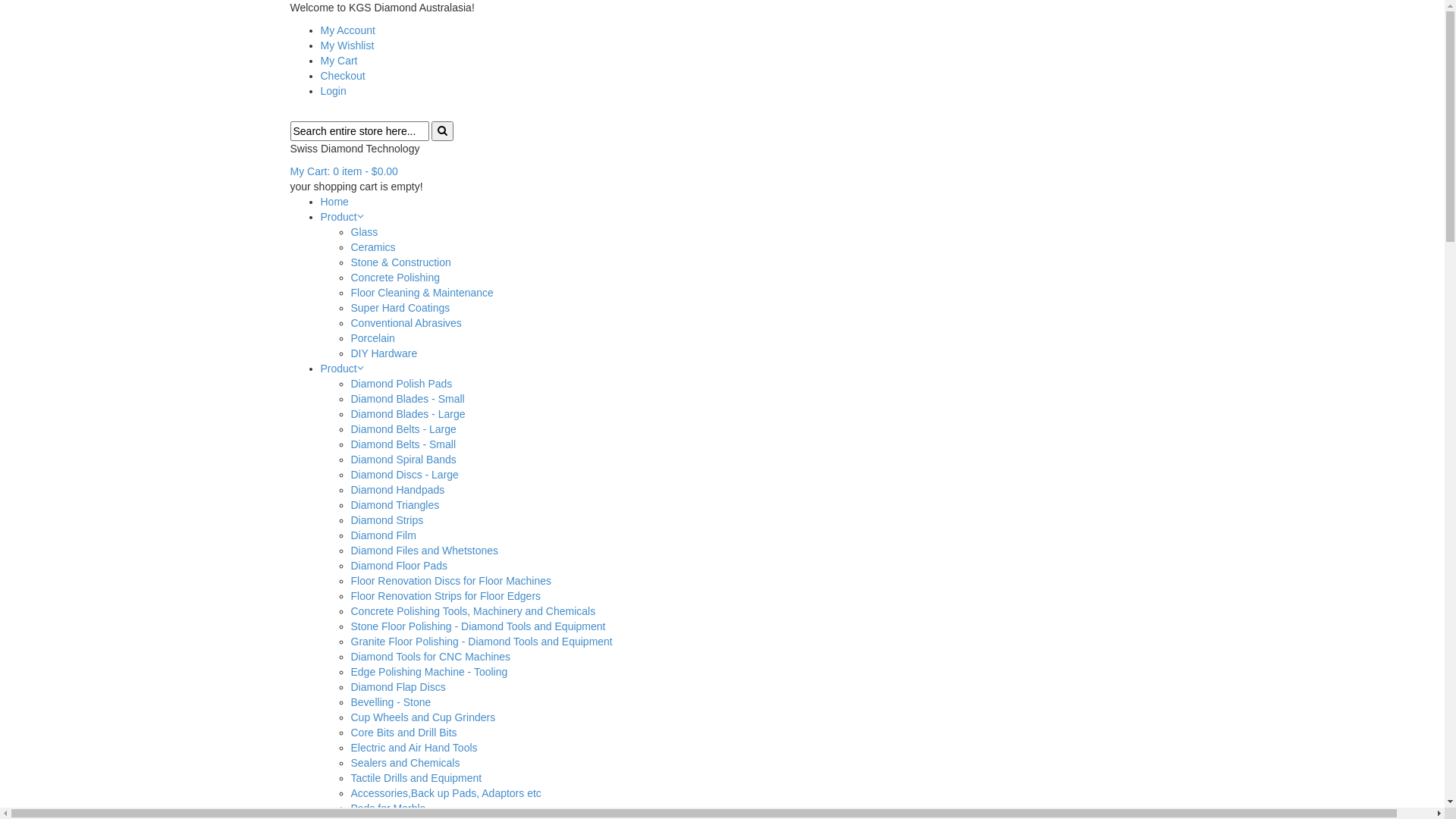 The width and height of the screenshot is (1456, 819). Describe the element at coordinates (390, 701) in the screenshot. I see `'Bevelling - Stone'` at that location.